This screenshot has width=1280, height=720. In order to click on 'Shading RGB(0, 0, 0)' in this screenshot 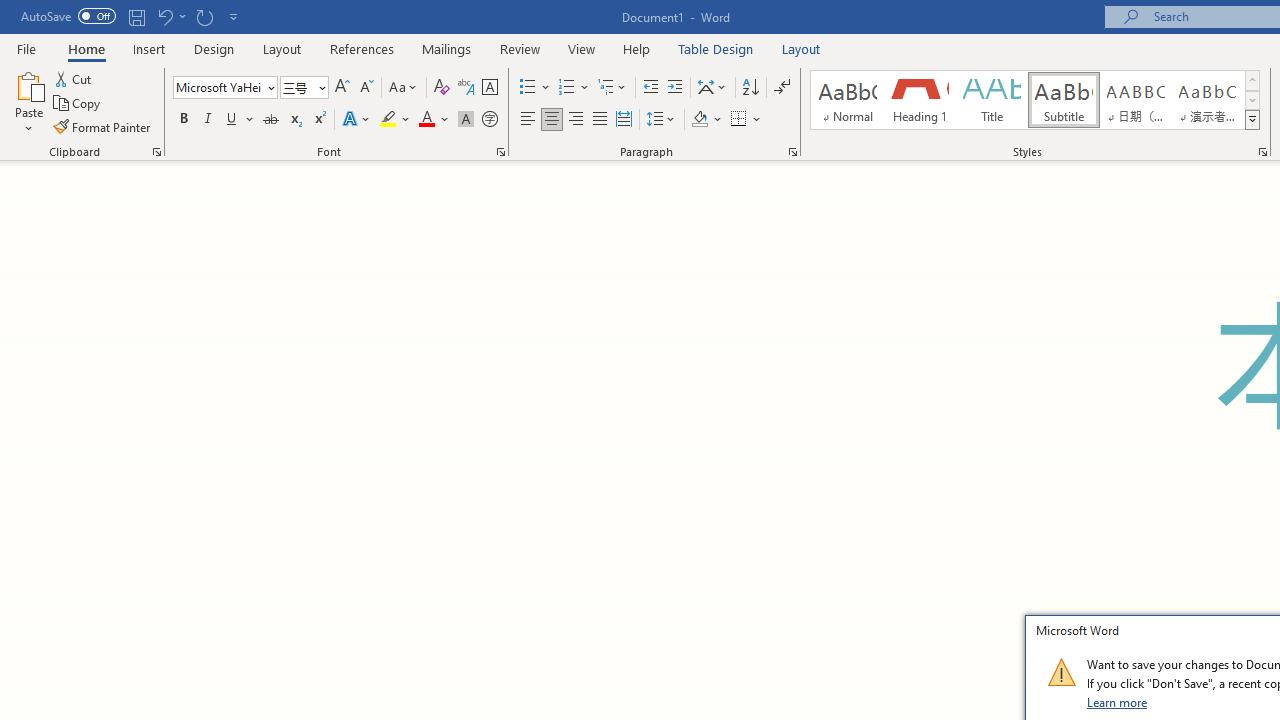, I will do `click(699, 119)`.